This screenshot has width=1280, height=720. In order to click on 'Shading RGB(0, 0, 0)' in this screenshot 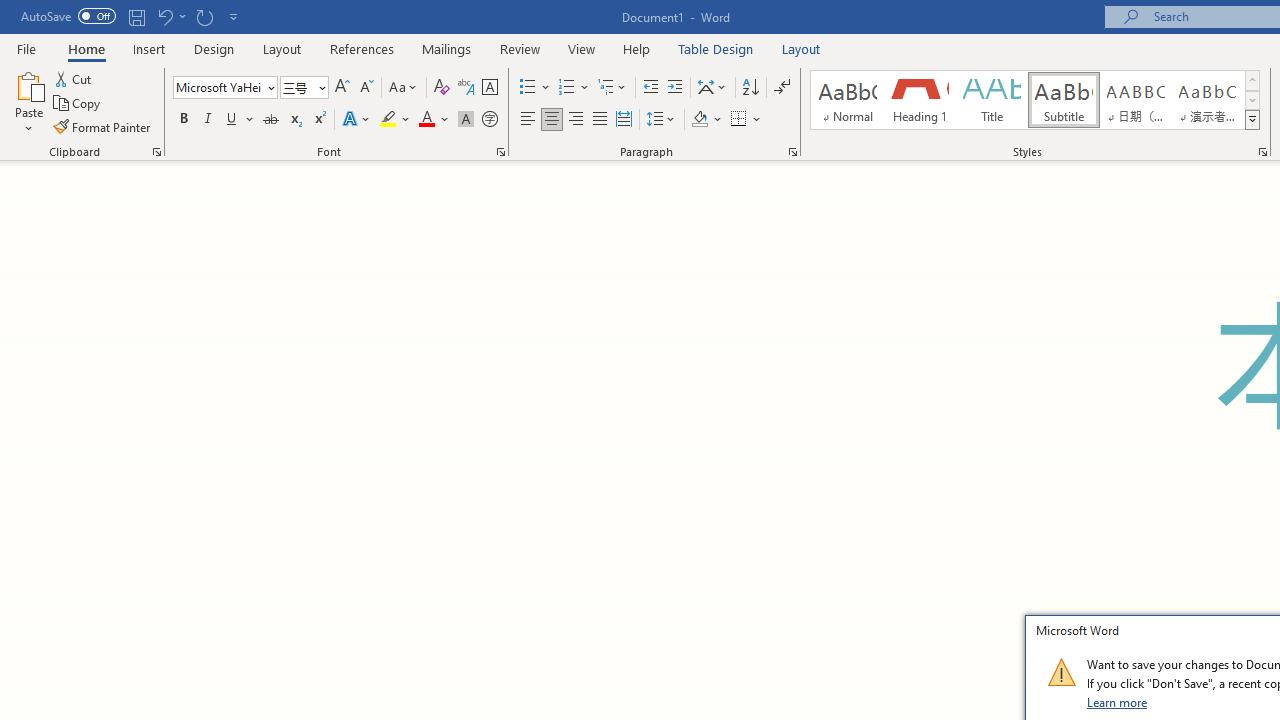, I will do `click(699, 119)`.